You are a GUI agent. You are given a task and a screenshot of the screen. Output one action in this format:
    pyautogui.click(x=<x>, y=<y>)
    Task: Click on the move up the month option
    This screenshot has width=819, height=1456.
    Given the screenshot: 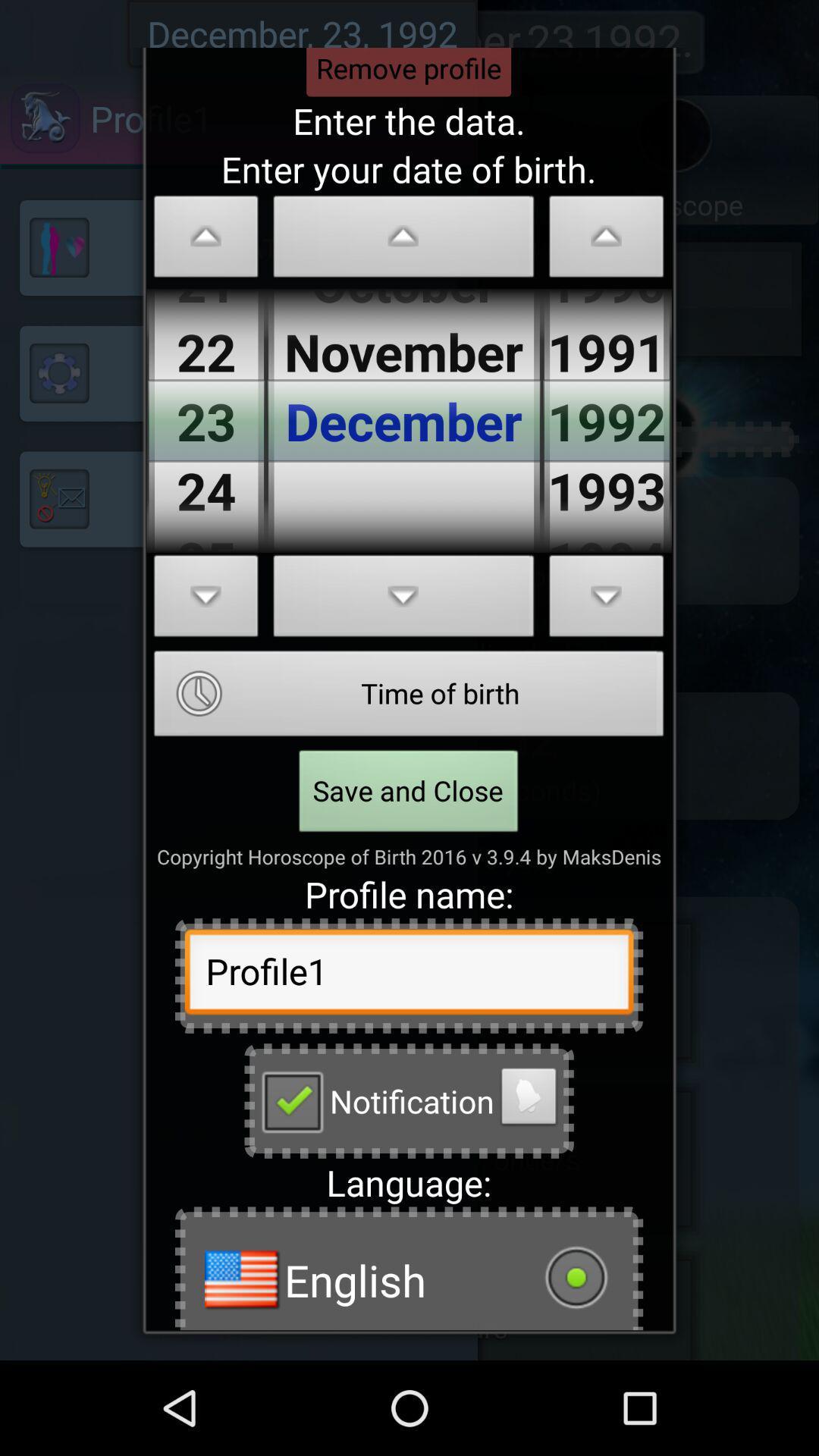 What is the action you would take?
    pyautogui.click(x=403, y=240)
    